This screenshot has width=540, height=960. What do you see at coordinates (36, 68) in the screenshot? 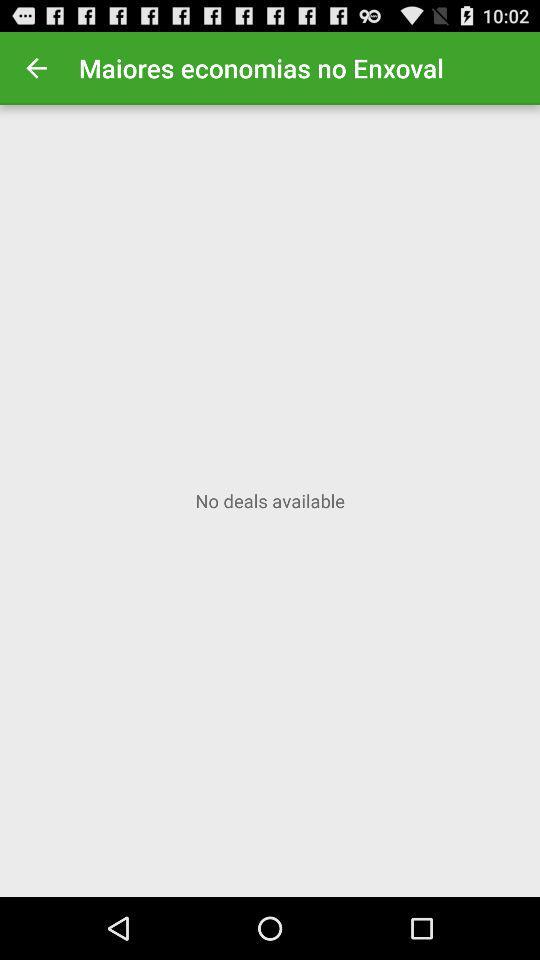
I see `icon at the top left corner` at bounding box center [36, 68].